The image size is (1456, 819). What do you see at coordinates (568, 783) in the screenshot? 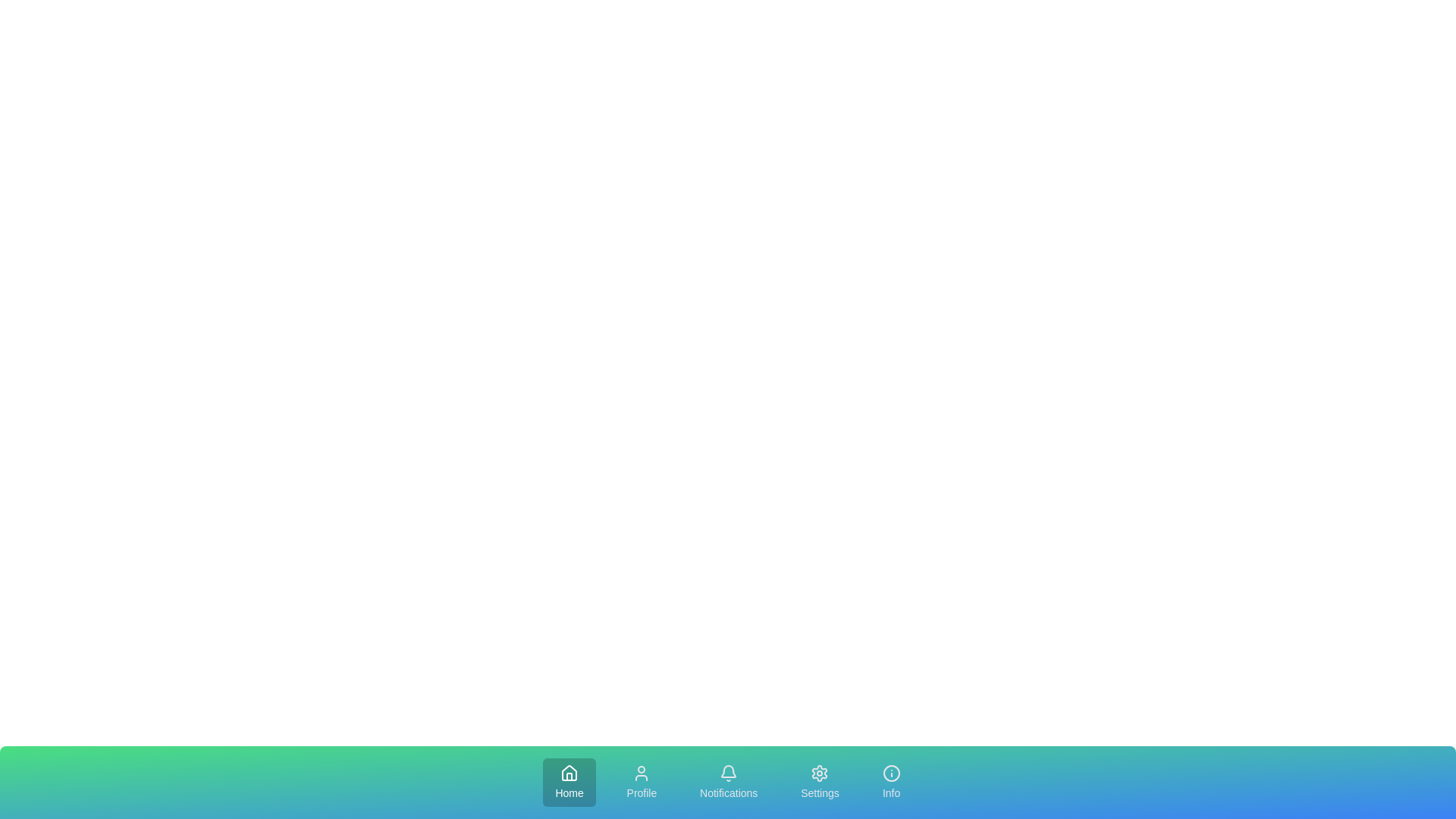
I see `the Home tab in the navigation bar` at bounding box center [568, 783].